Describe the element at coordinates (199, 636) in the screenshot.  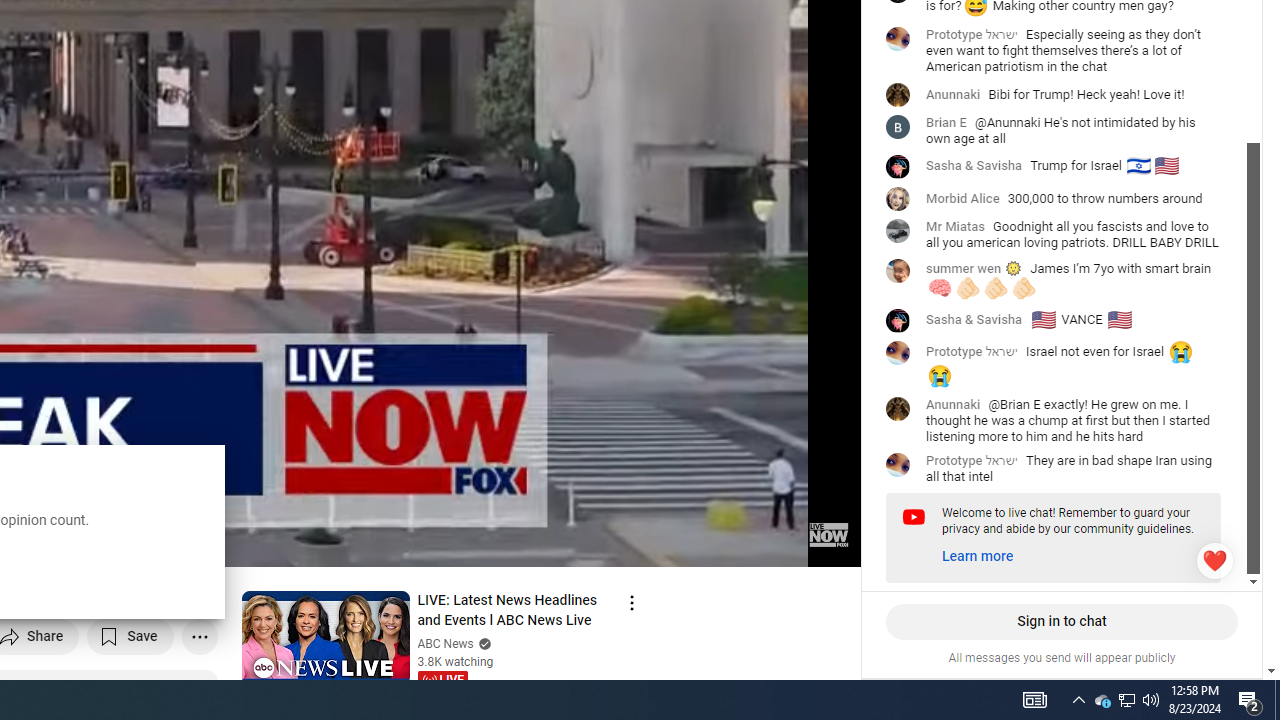
I see `'More actions'` at that location.